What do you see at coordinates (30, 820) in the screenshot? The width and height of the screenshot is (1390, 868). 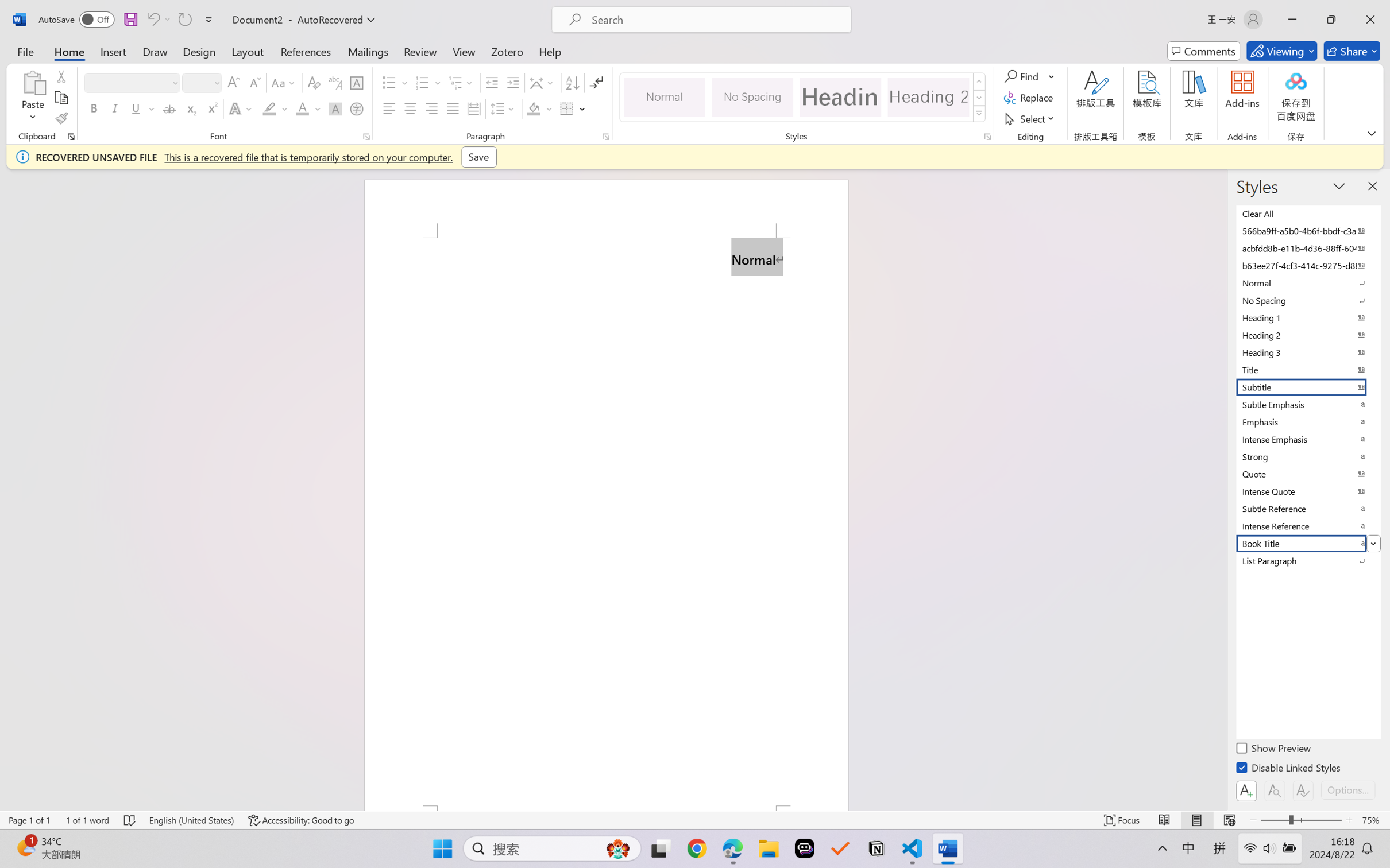 I see `'Page Number Page 1 of 1'` at bounding box center [30, 820].